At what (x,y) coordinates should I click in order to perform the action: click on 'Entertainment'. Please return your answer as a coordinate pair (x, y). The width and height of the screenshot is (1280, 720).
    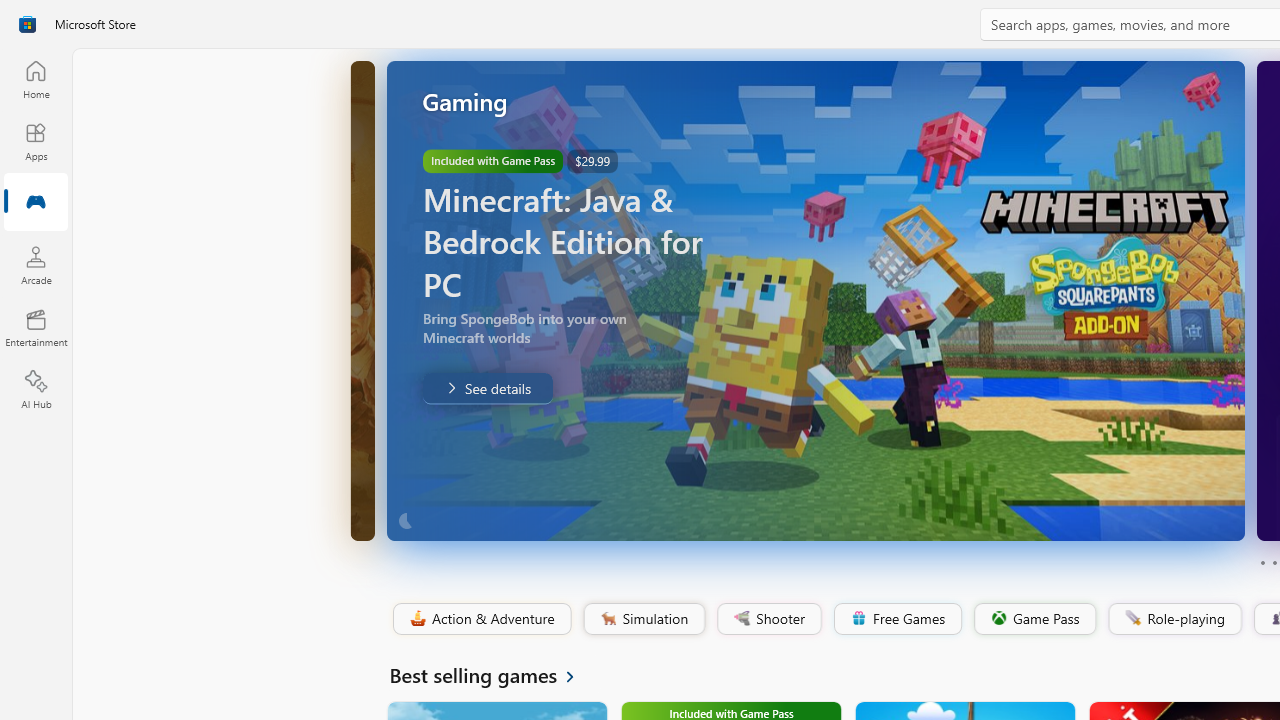
    Looking at the image, I should click on (35, 326).